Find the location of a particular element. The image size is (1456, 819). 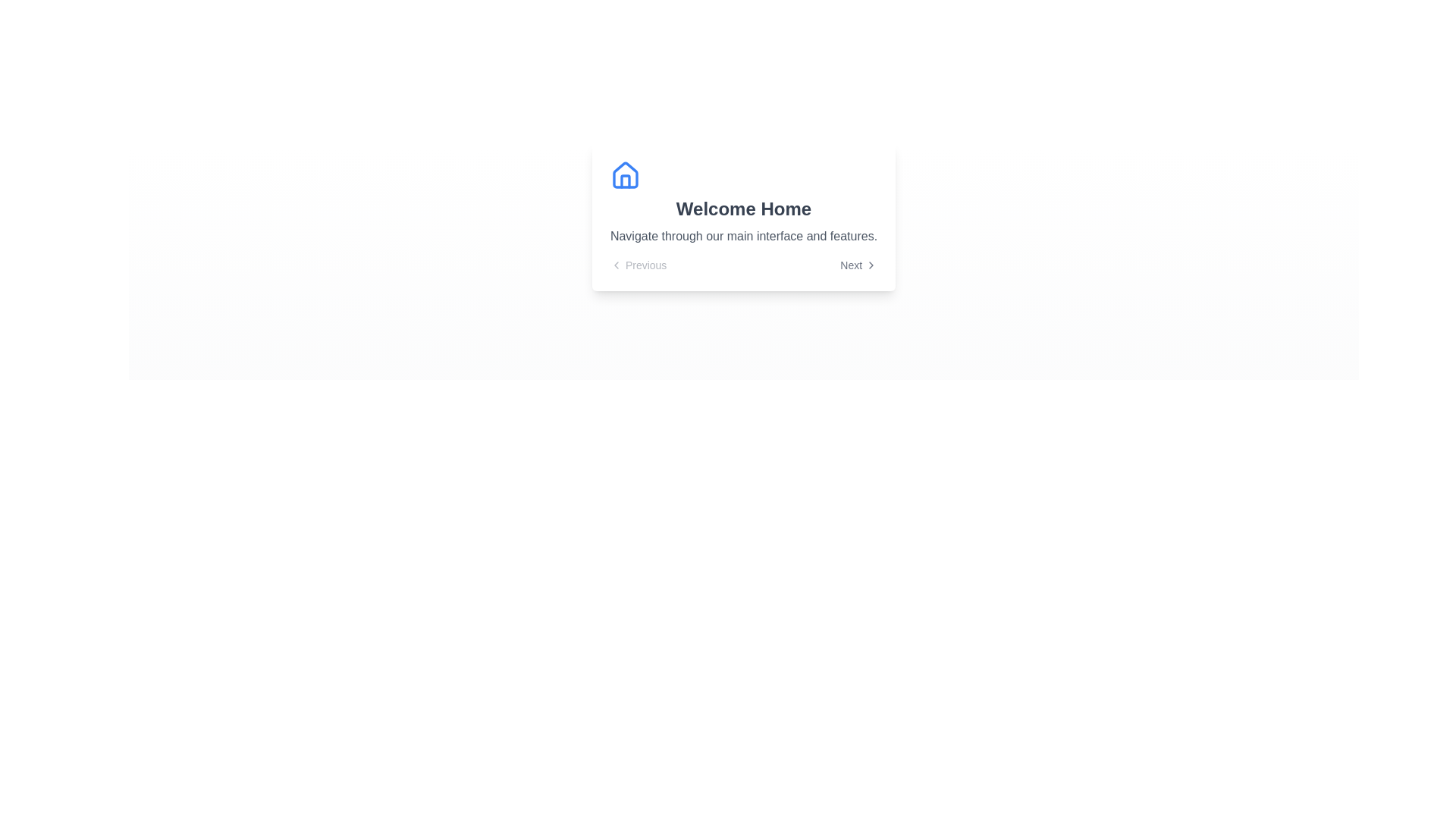

the 'Next' button which contains a rightwards arrow icon serving as a navigation indicator is located at coordinates (871, 265).